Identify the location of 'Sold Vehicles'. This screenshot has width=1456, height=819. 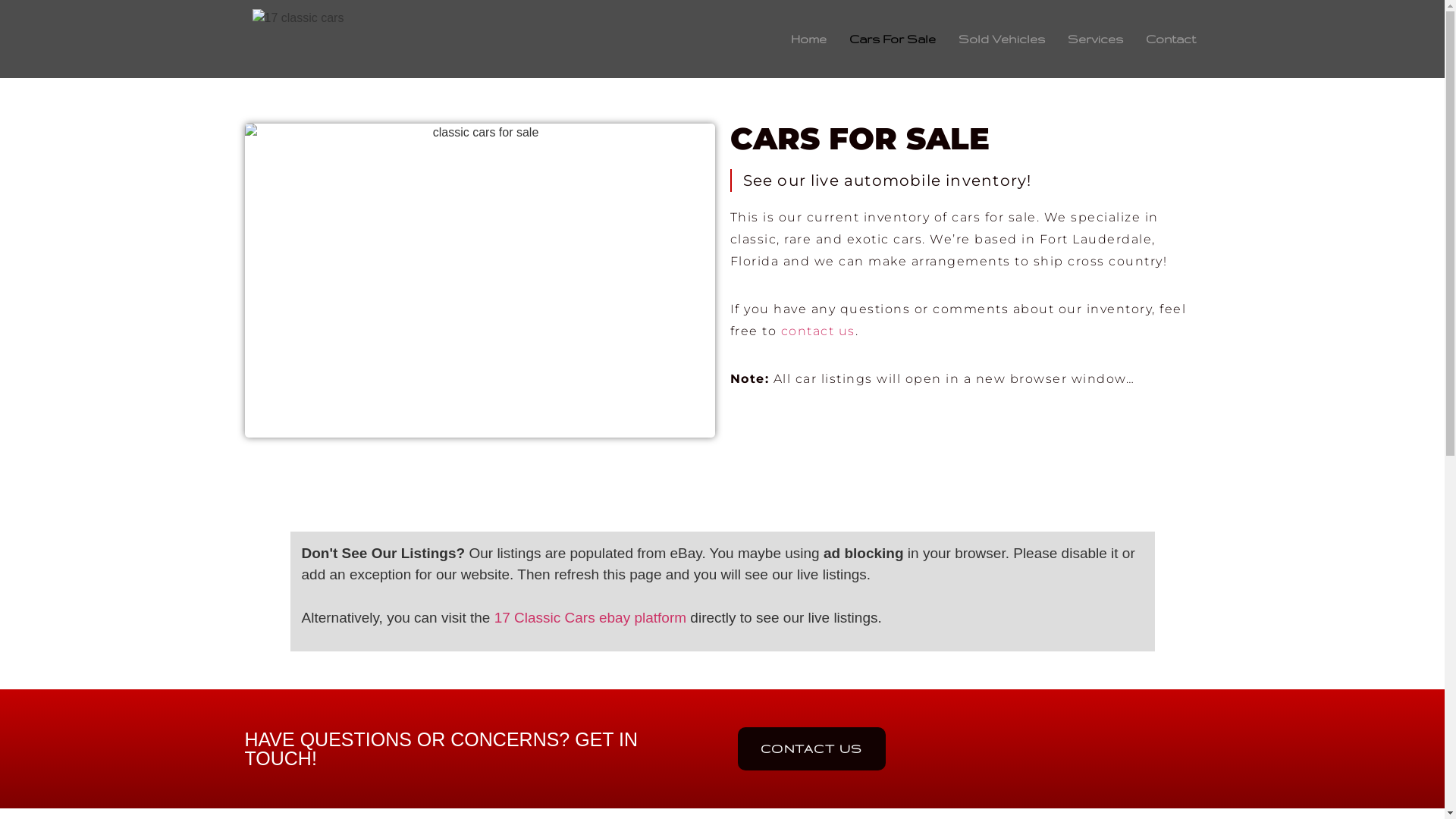
(1001, 38).